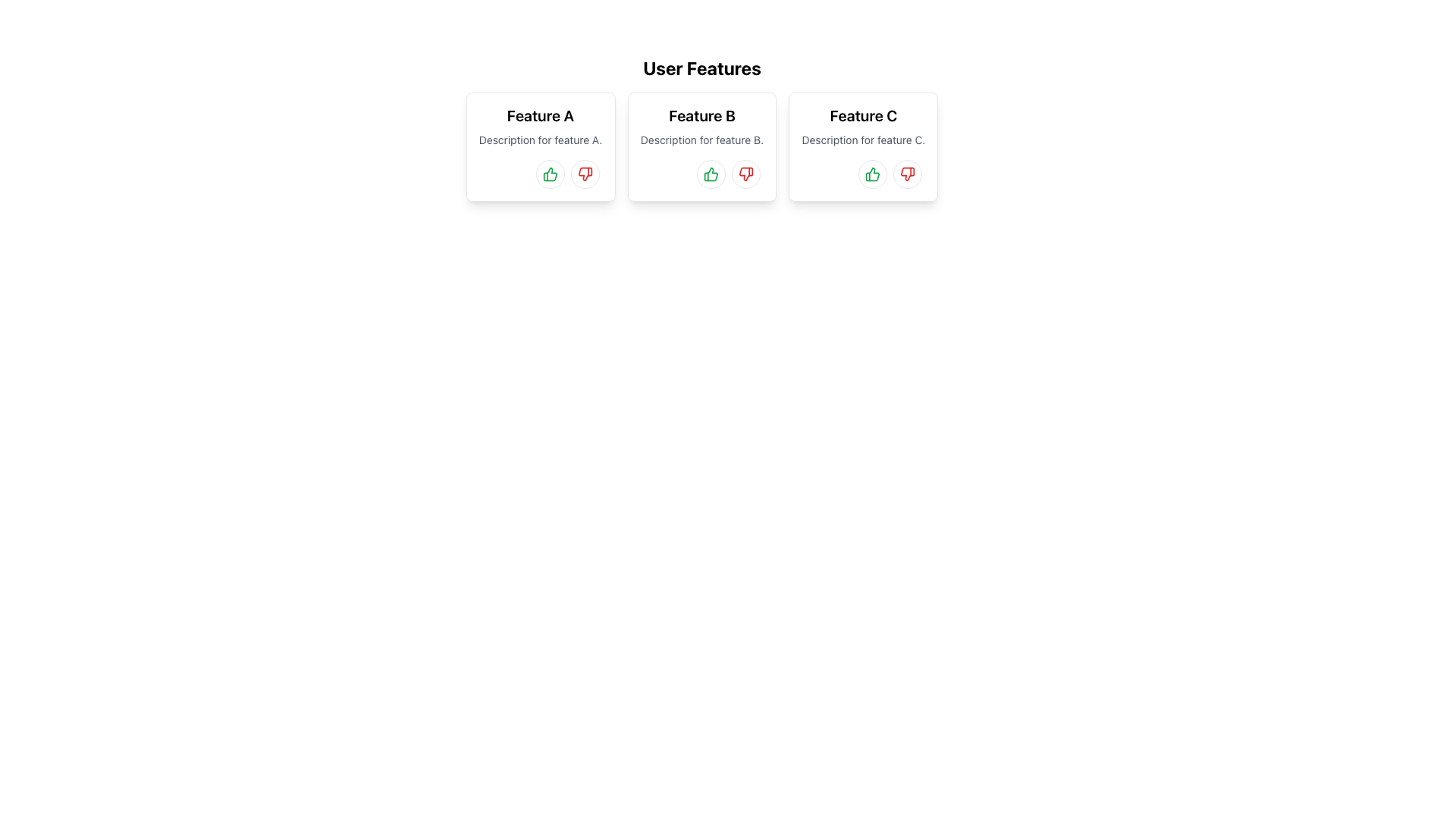  I want to click on the positive feedback button with icon for 'Feature B', so click(701, 174).